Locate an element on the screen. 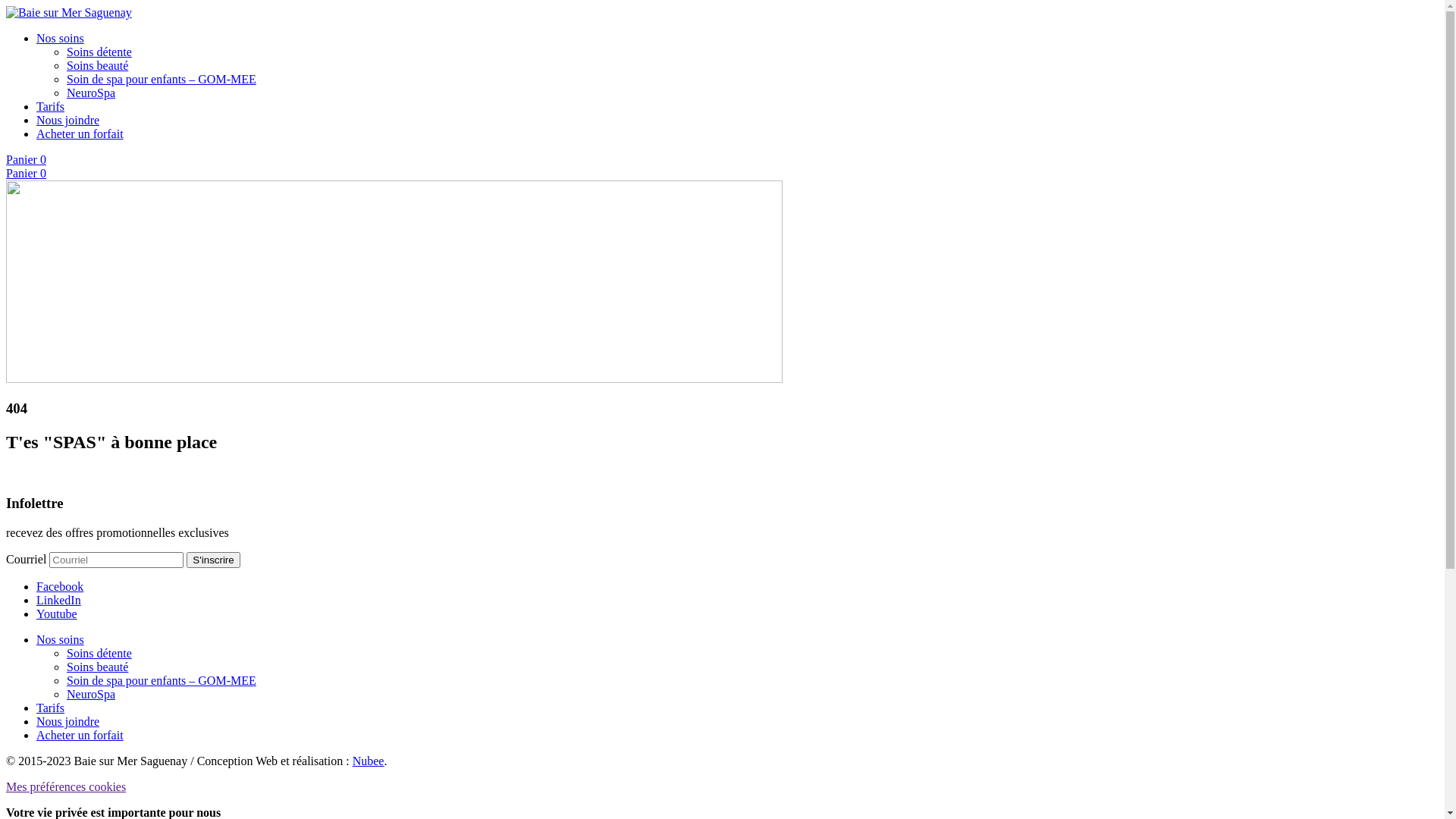  'NeuroSpa' is located at coordinates (90, 694).